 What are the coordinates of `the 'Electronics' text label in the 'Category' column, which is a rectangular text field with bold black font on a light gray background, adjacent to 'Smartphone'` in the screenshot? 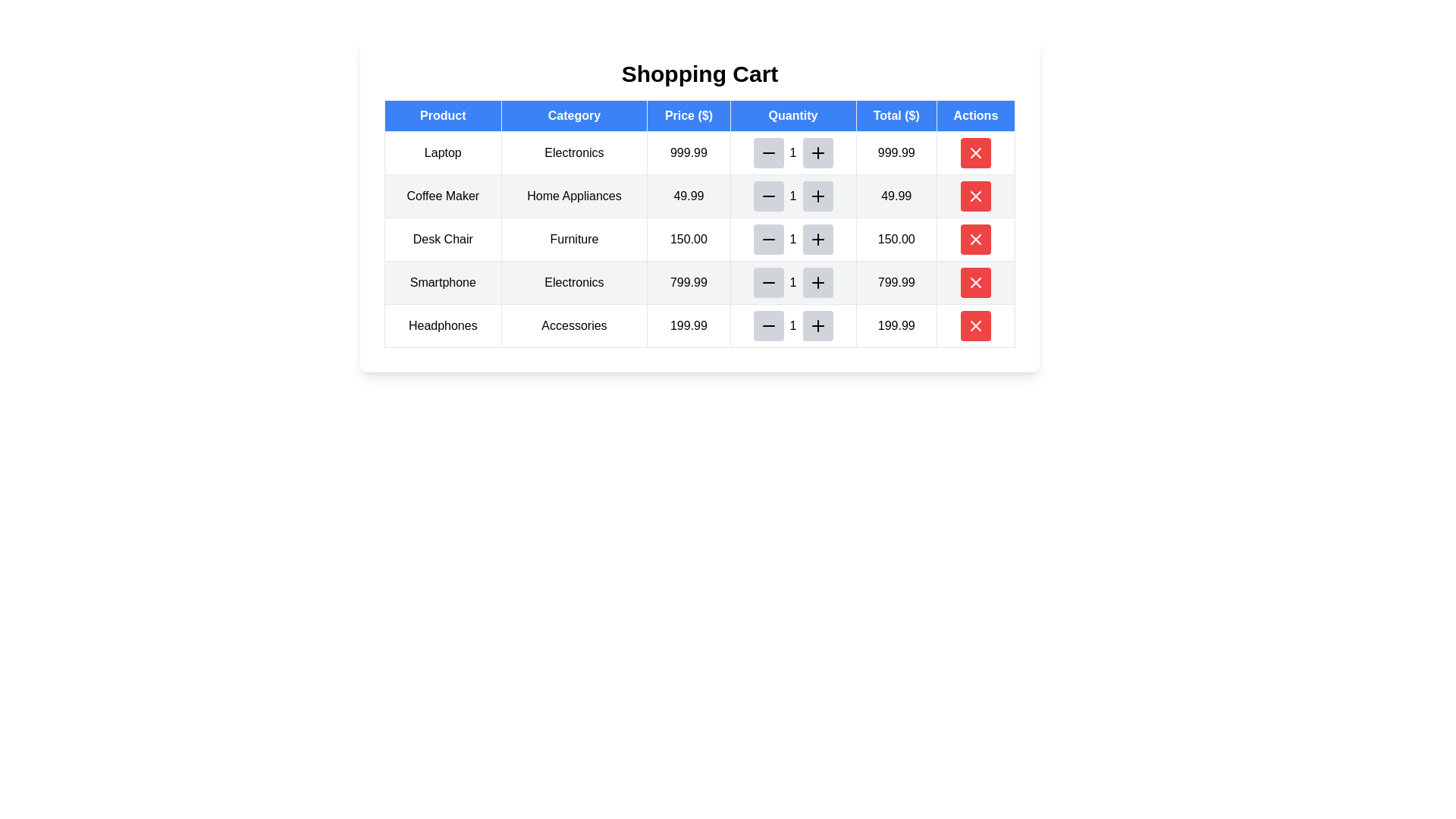 It's located at (573, 283).